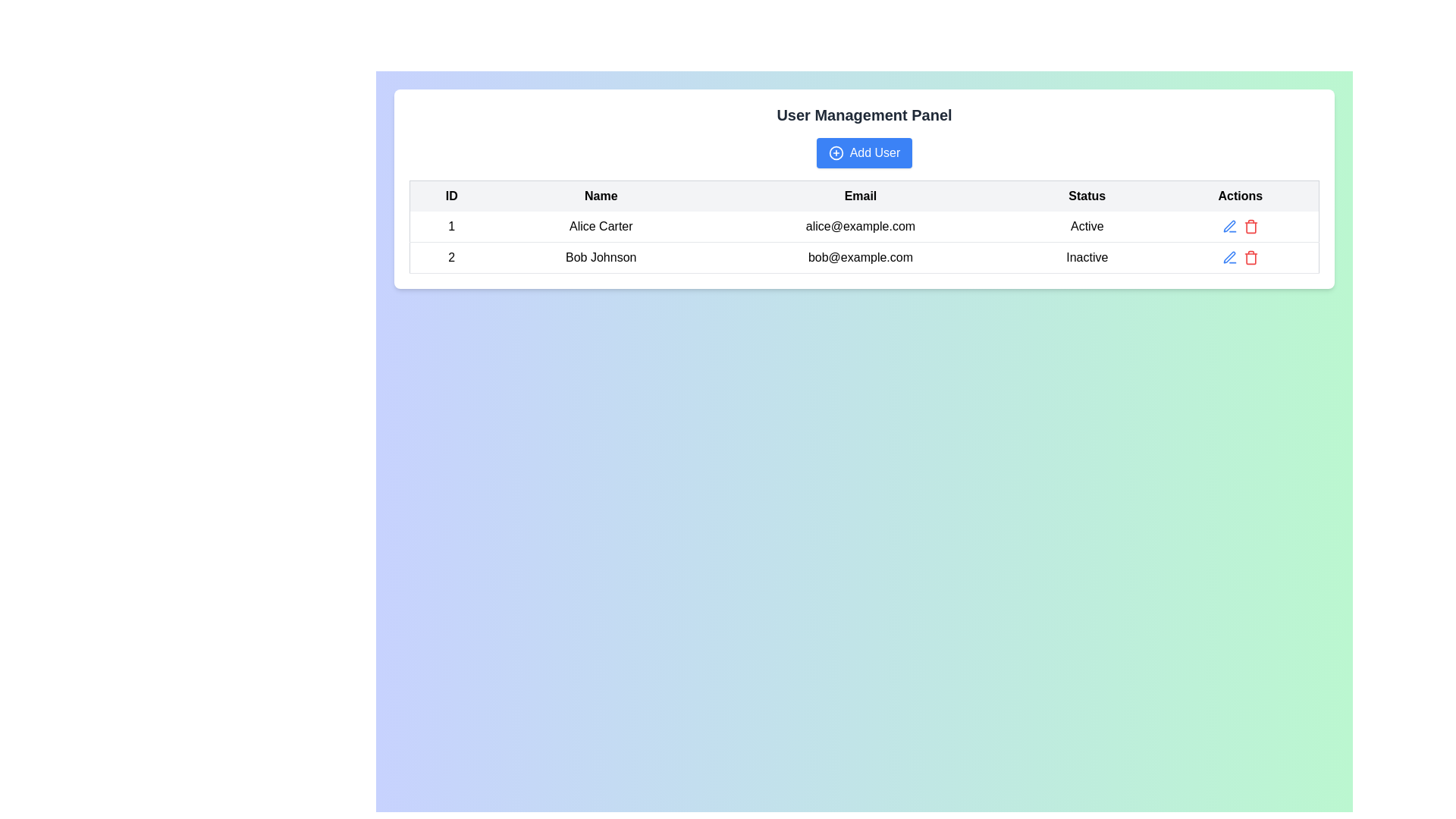 The width and height of the screenshot is (1456, 819). I want to click on the text label displaying the email address of user 'Bob Johnson' located in the second row of the table under the 'Email' column, so click(860, 256).